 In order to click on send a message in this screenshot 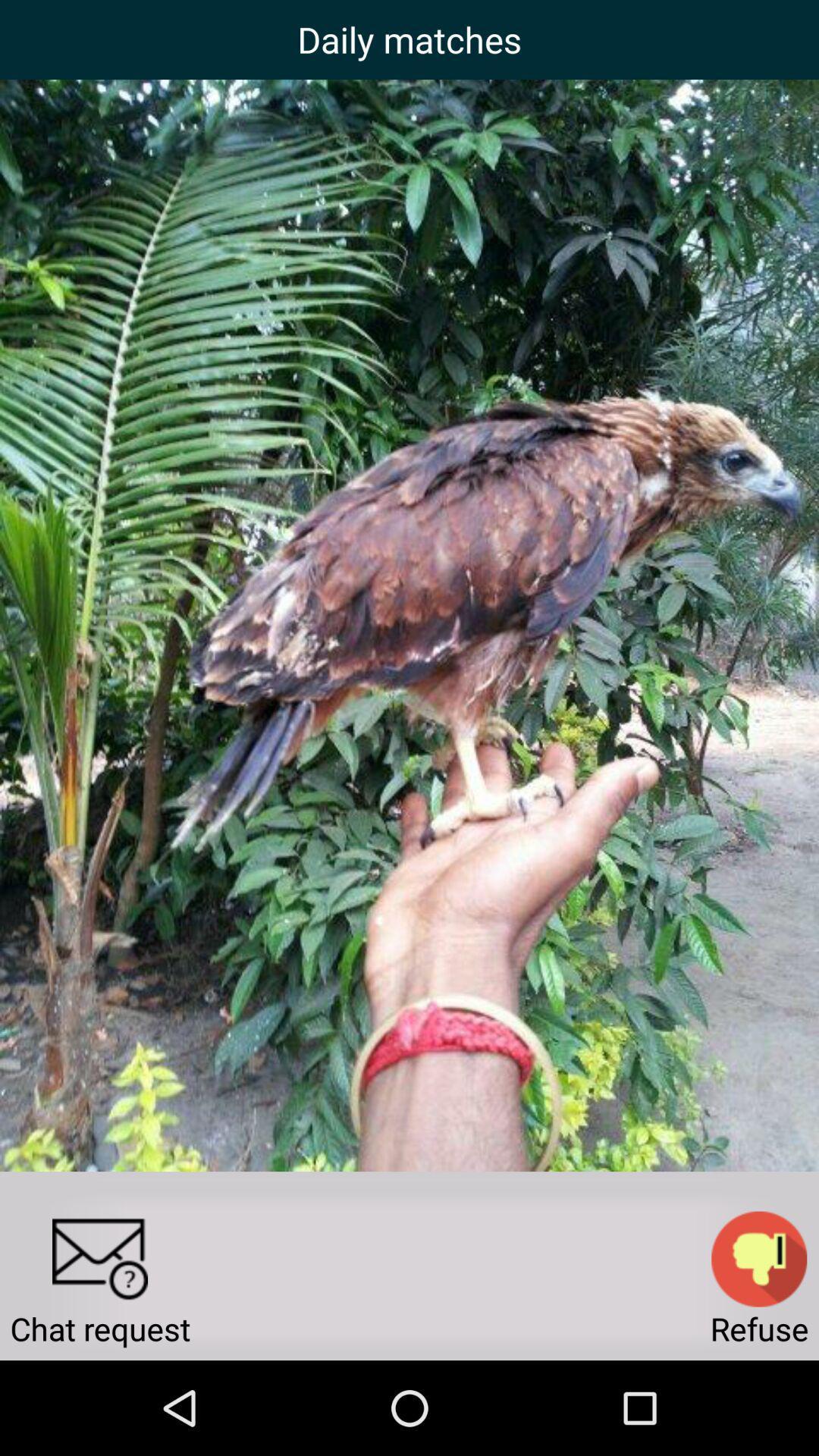, I will do `click(99, 1259)`.